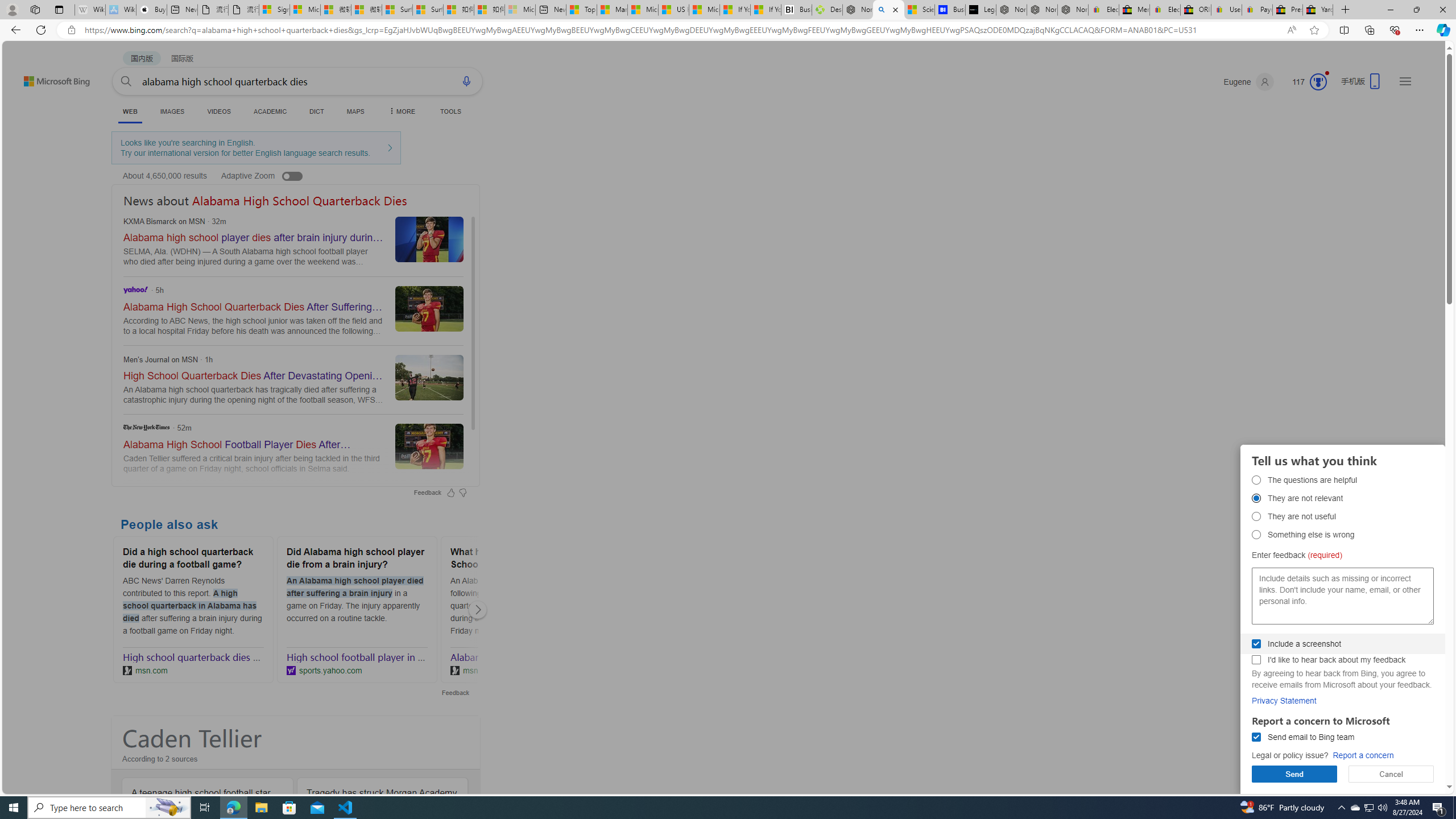 Image resolution: width=1456 pixels, height=819 pixels. Describe the element at coordinates (612, 9) in the screenshot. I see `'Marine life - MSN'` at that location.